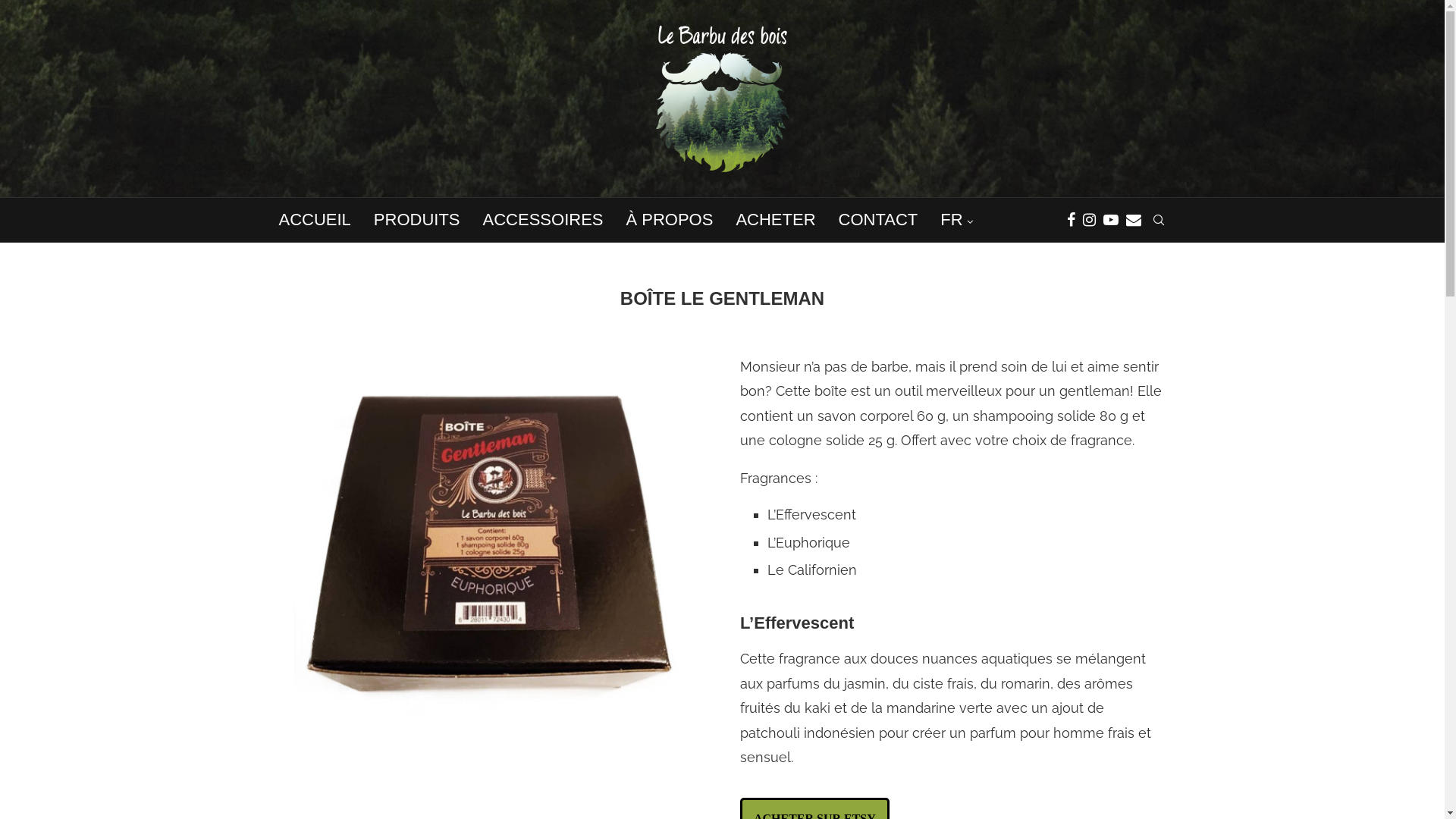  What do you see at coordinates (878, 219) in the screenshot?
I see `'CONTACT'` at bounding box center [878, 219].